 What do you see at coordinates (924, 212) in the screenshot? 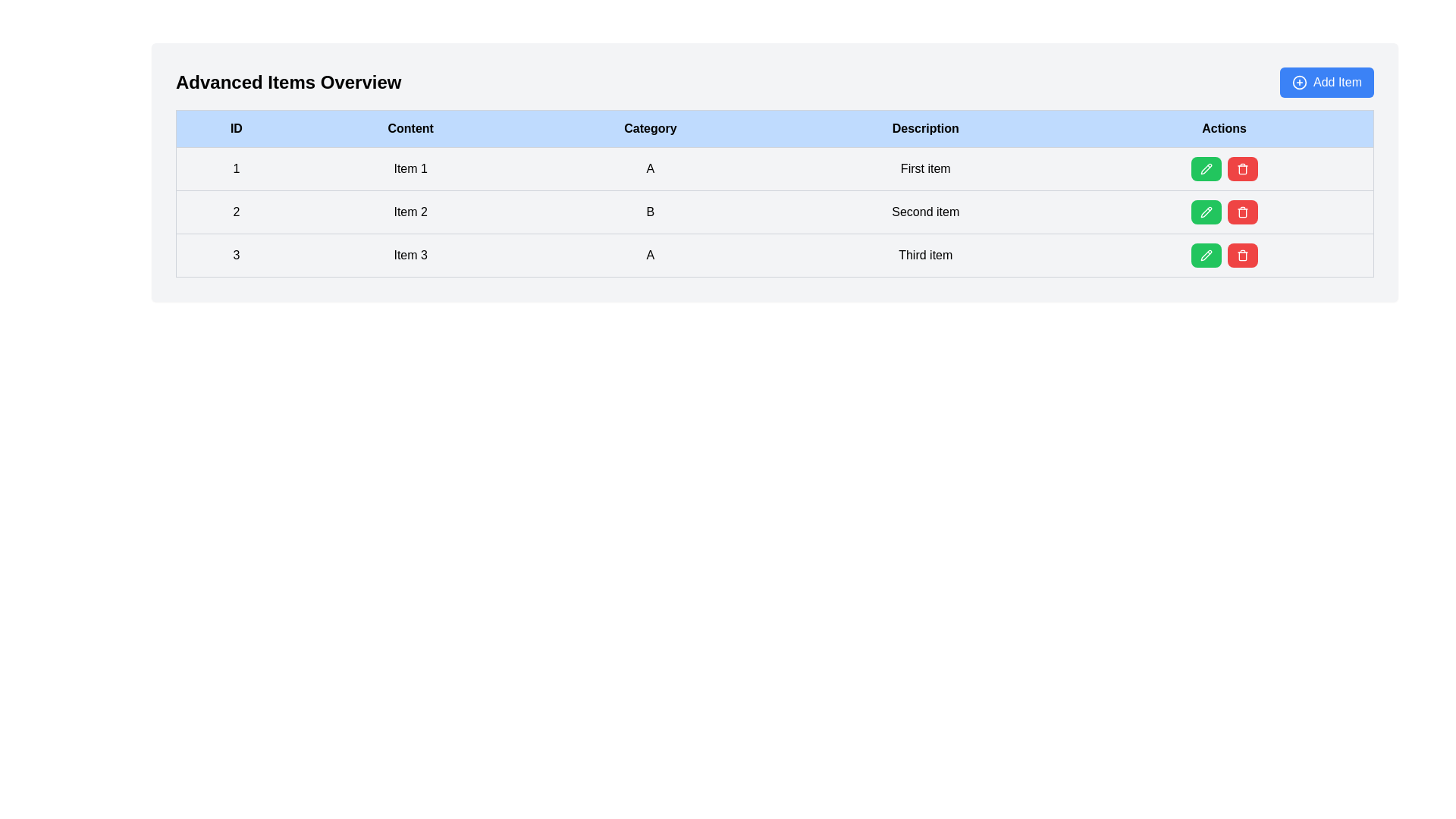
I see `the Text label that displays the description of the second item in the 'Advanced Items Overview' table, located in the 'Description' column of the second row, under the 'Category' column content 'B'` at bounding box center [924, 212].